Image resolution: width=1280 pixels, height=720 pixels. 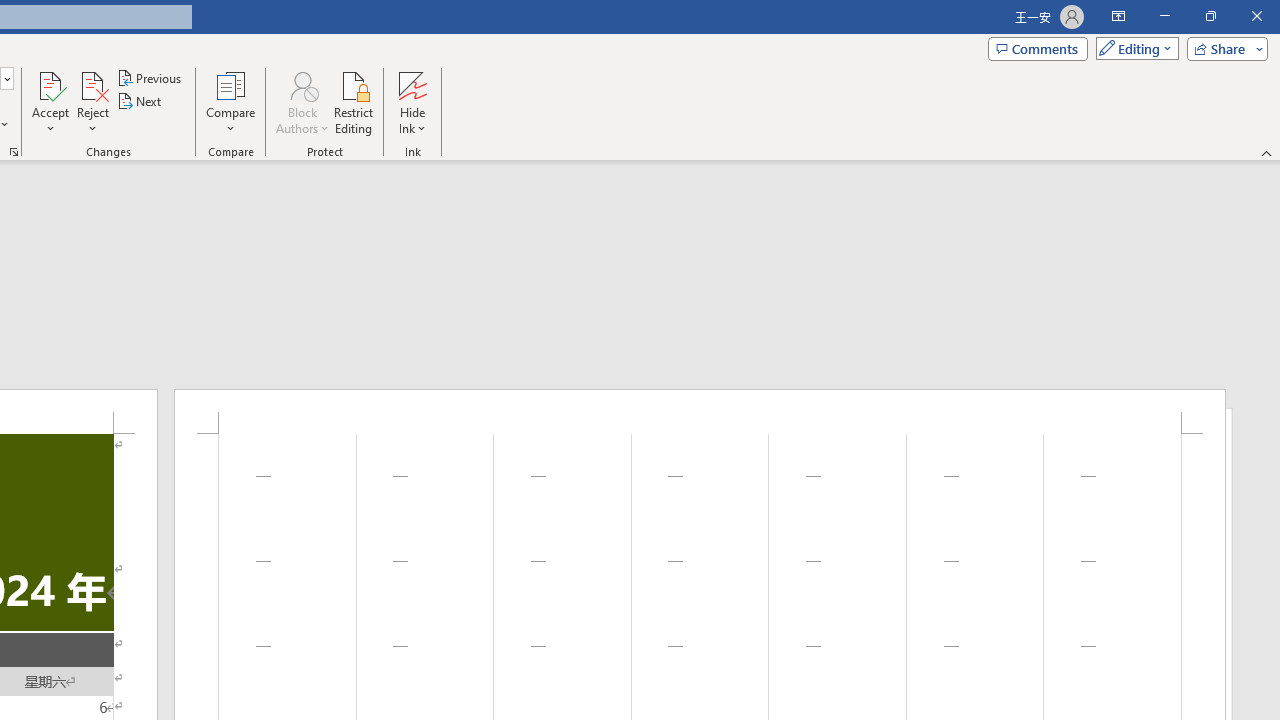 What do you see at coordinates (50, 84) in the screenshot?
I see `'Accept and Move to Next'` at bounding box center [50, 84].